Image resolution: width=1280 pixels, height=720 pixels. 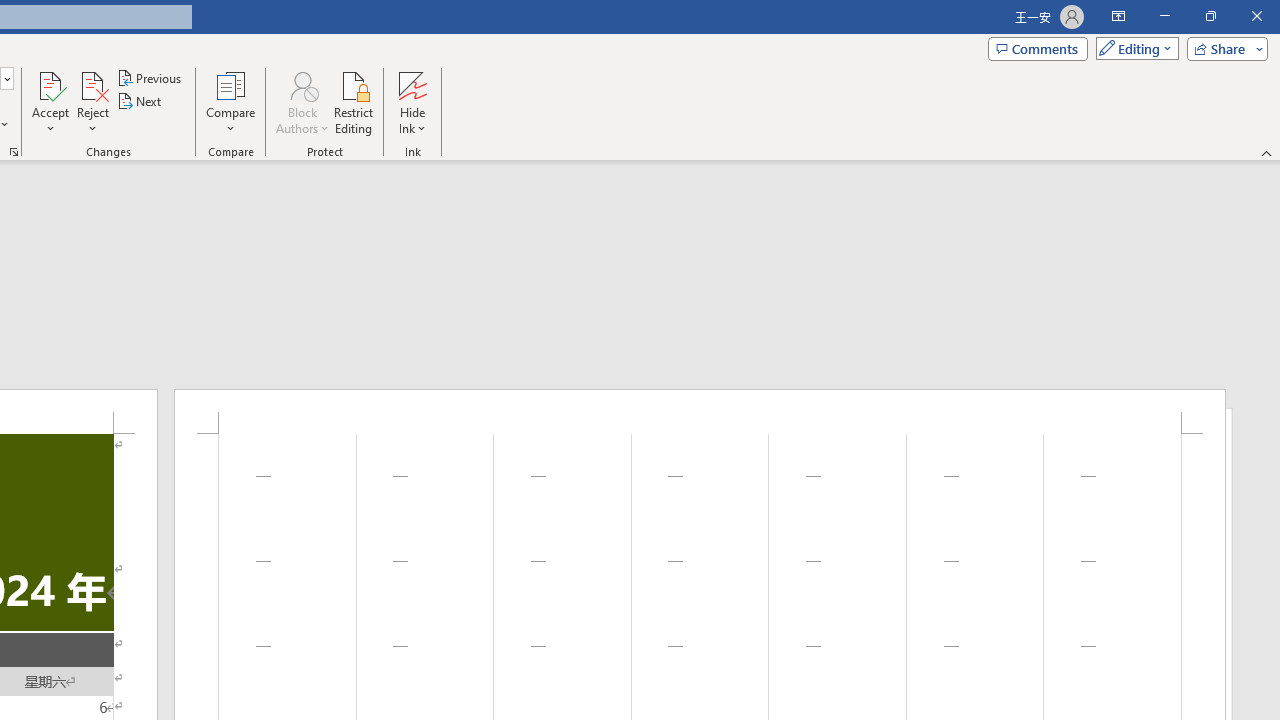 What do you see at coordinates (50, 84) in the screenshot?
I see `'Accept and Move to Next'` at bounding box center [50, 84].